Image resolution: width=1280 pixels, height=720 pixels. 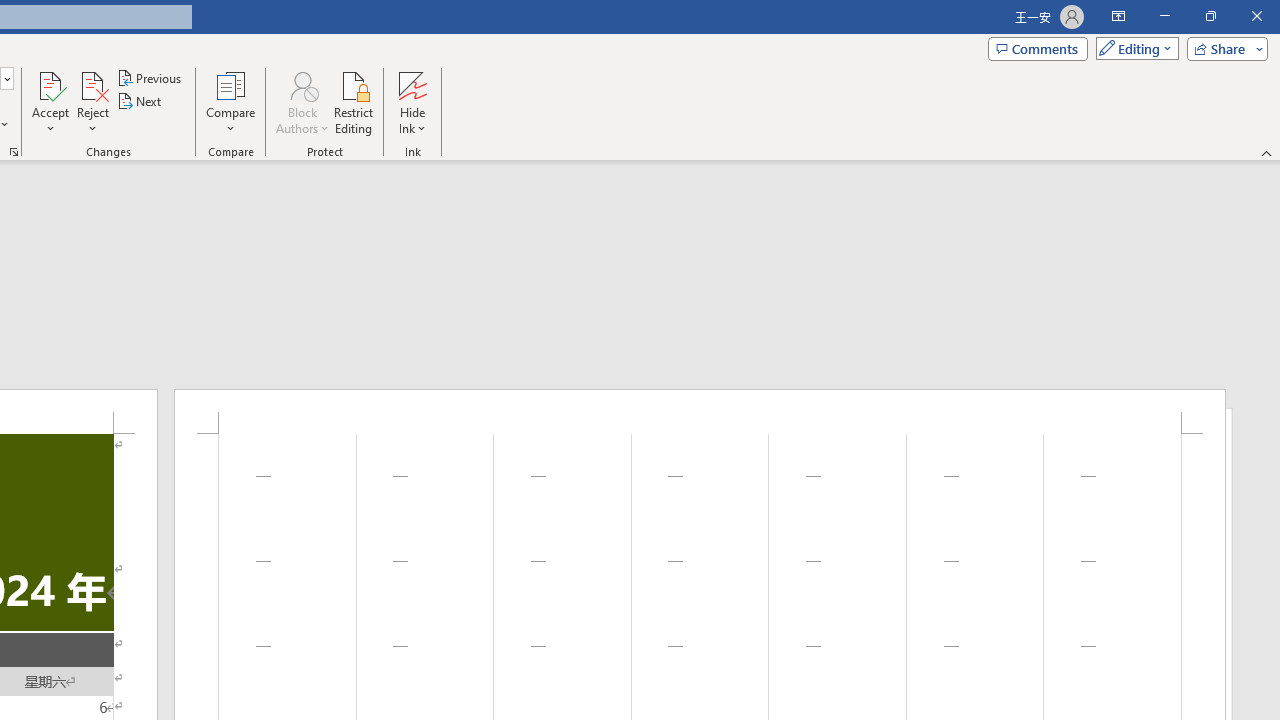 What do you see at coordinates (50, 84) in the screenshot?
I see `'Accept and Move to Next'` at bounding box center [50, 84].